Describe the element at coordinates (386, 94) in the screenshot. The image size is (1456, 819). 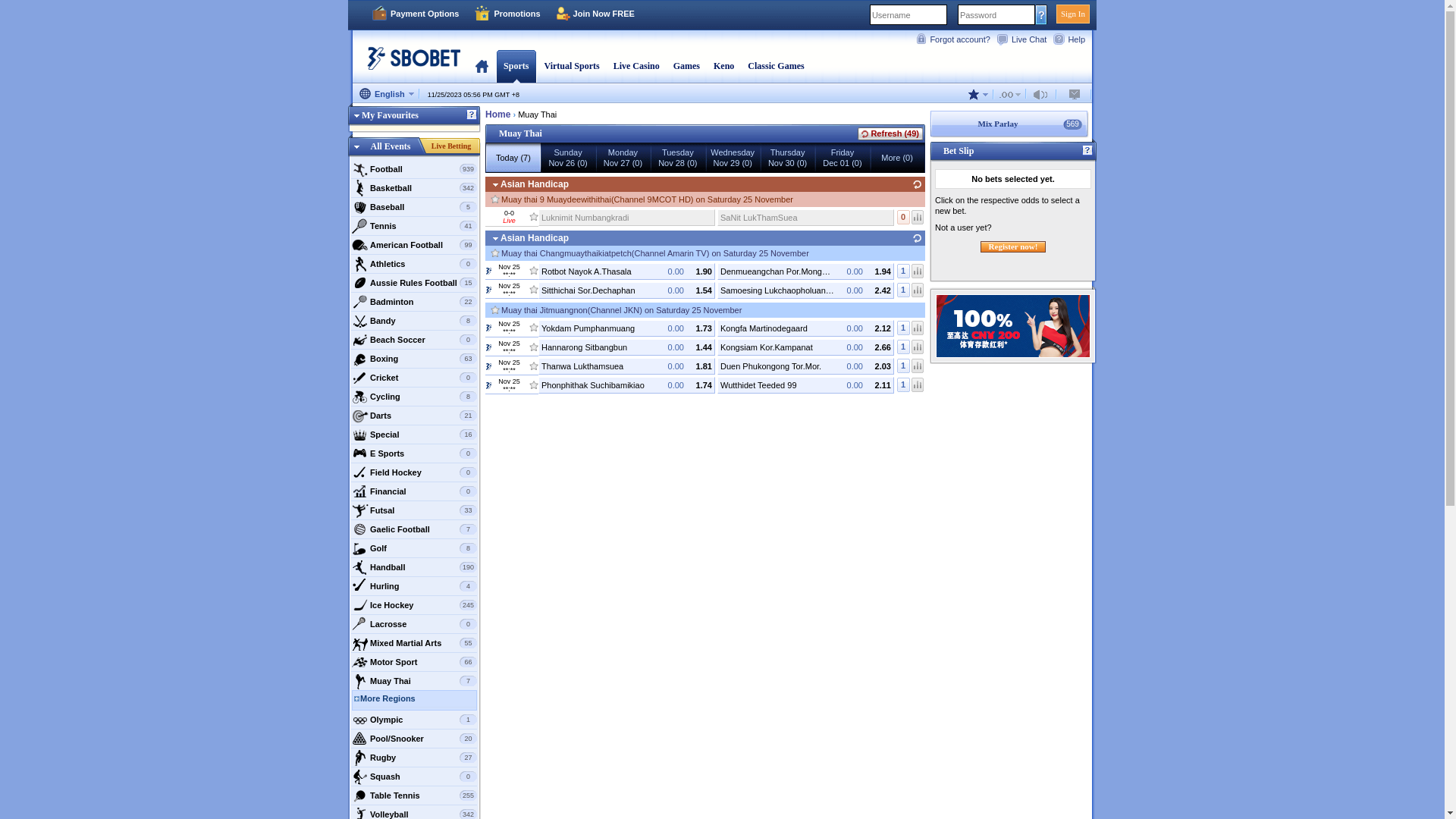
I see `'English'` at that location.